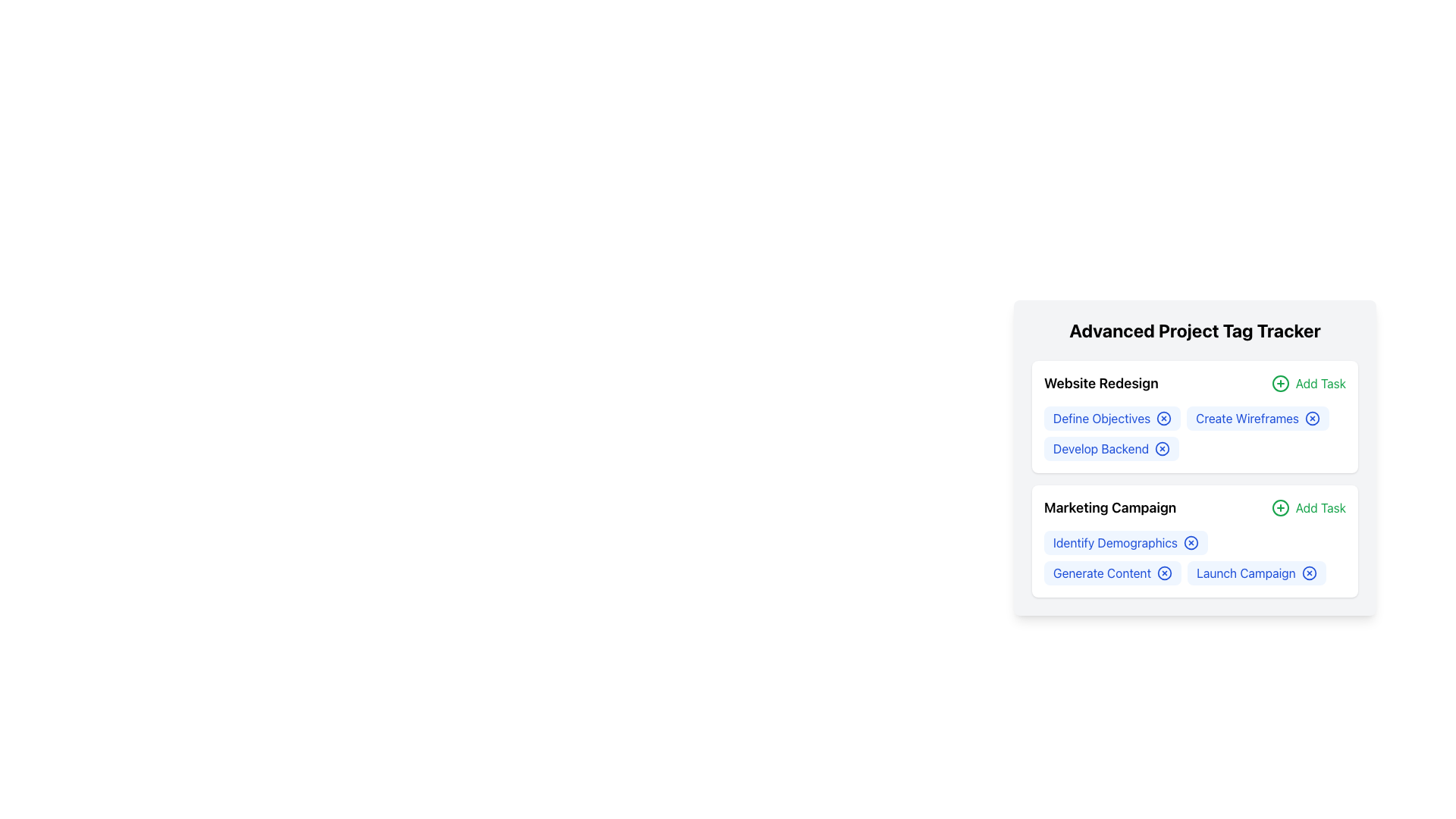 Image resolution: width=1456 pixels, height=819 pixels. Describe the element at coordinates (1307, 508) in the screenshot. I see `the green circular '+' button labeled 'Add Task' located to the right of the 'Marketing Campaign' section` at that location.